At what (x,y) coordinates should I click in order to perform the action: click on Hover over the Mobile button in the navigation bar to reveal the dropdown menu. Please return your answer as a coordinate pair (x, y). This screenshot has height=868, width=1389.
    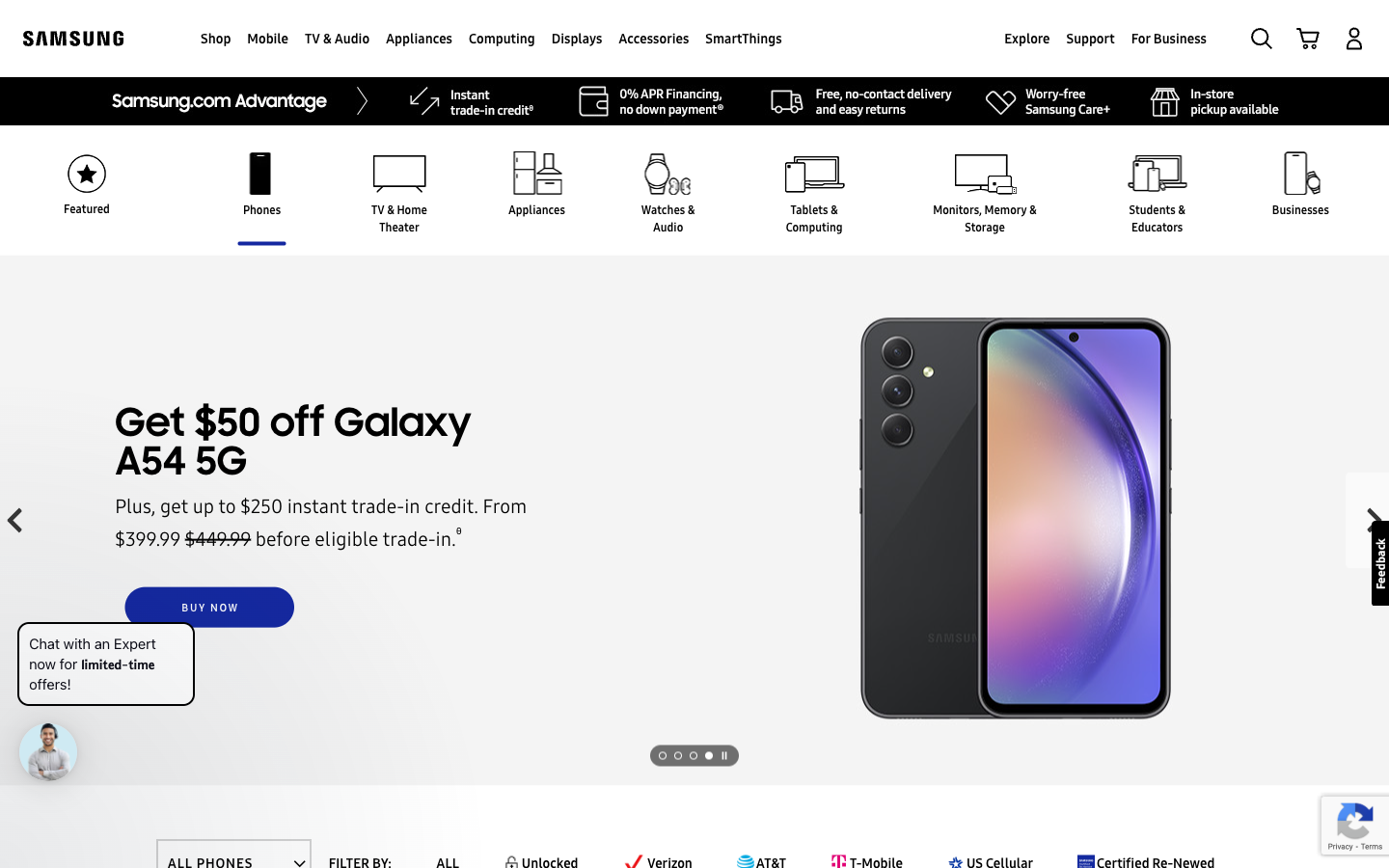
    Looking at the image, I should click on (385447, 34720).